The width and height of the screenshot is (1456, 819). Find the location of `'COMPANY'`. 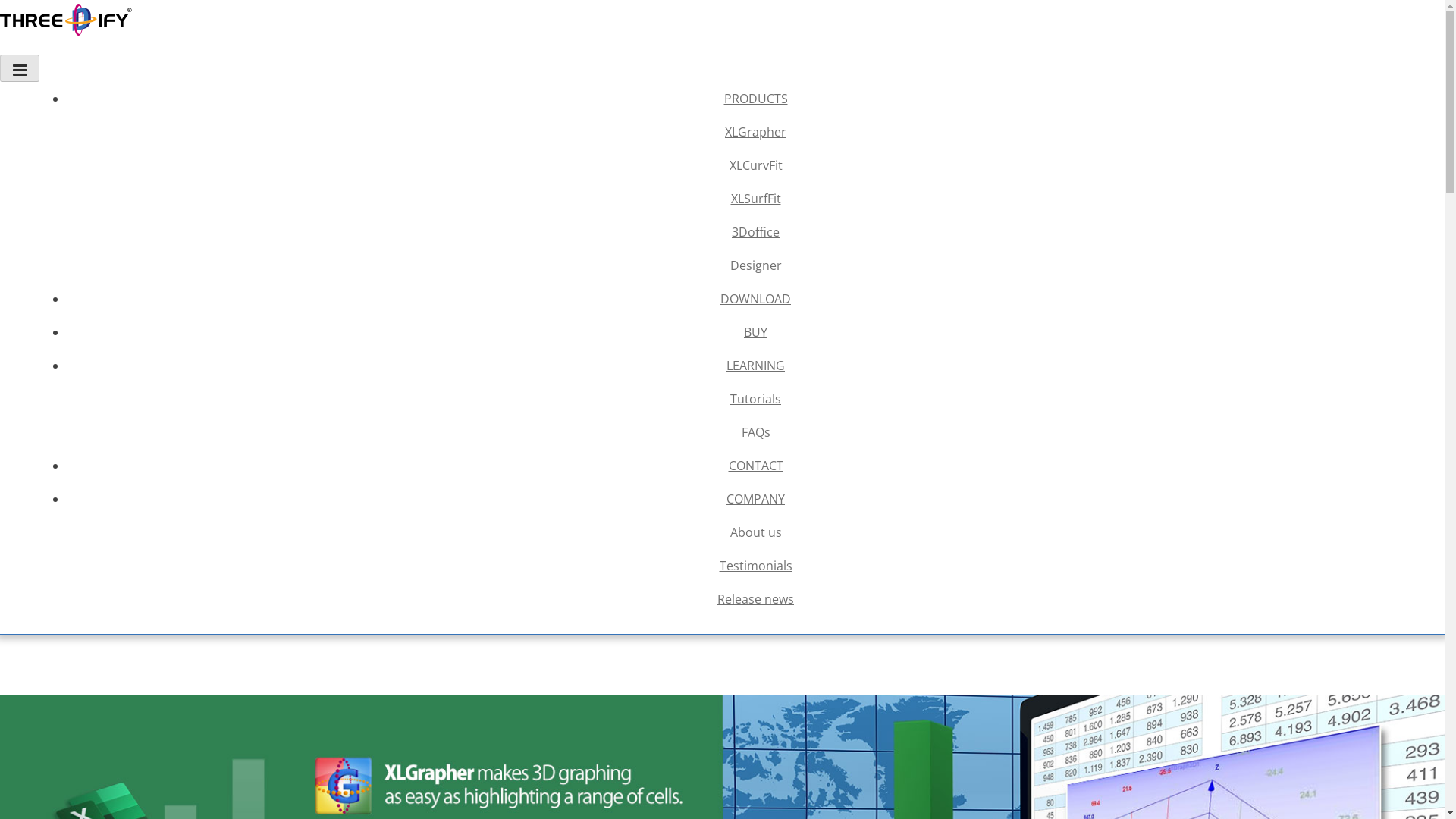

'COMPANY' is located at coordinates (69, 499).